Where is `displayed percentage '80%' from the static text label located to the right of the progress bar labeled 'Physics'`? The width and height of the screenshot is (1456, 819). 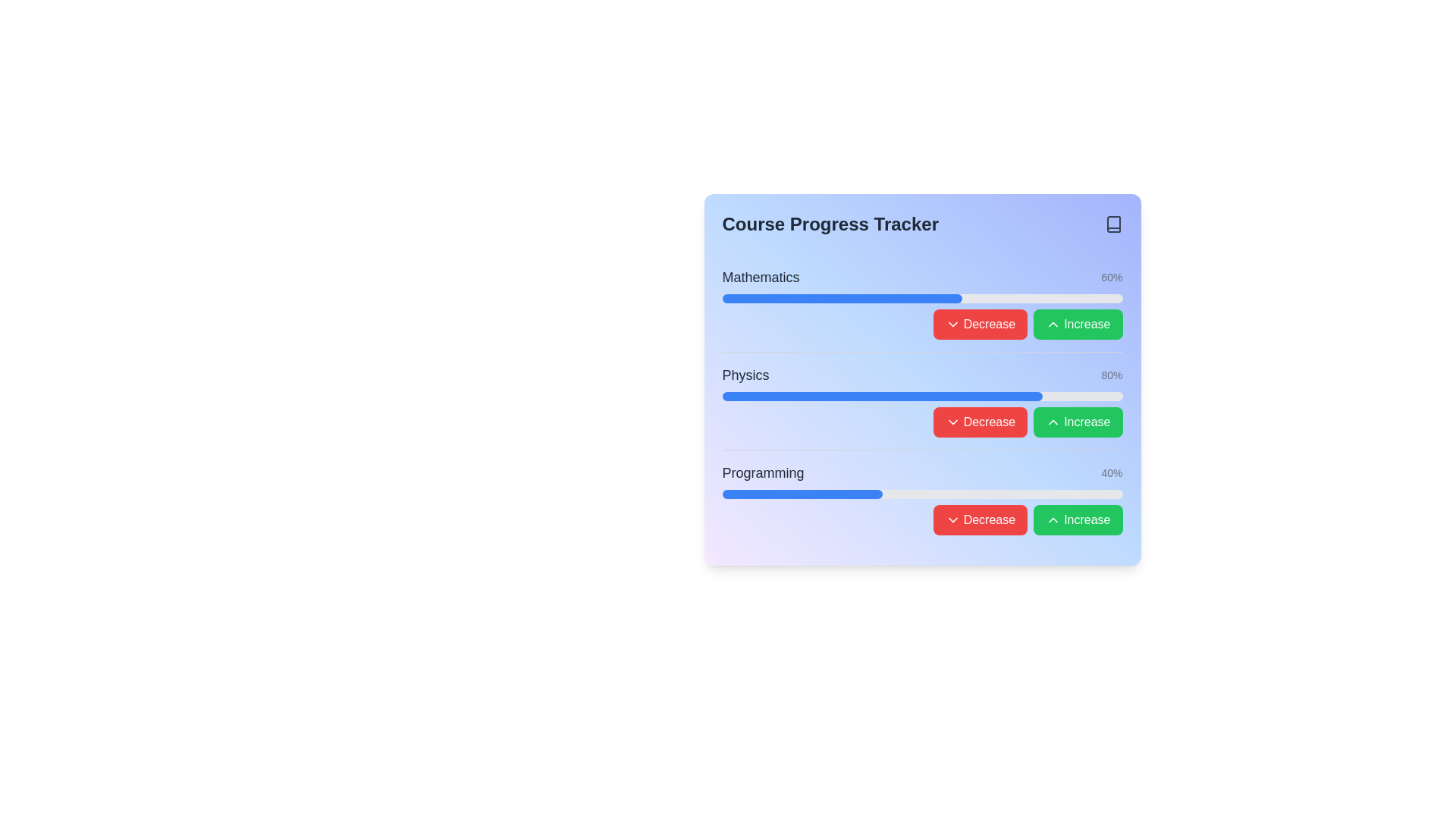
displayed percentage '80%' from the static text label located to the right of the progress bar labeled 'Physics' is located at coordinates (1112, 375).